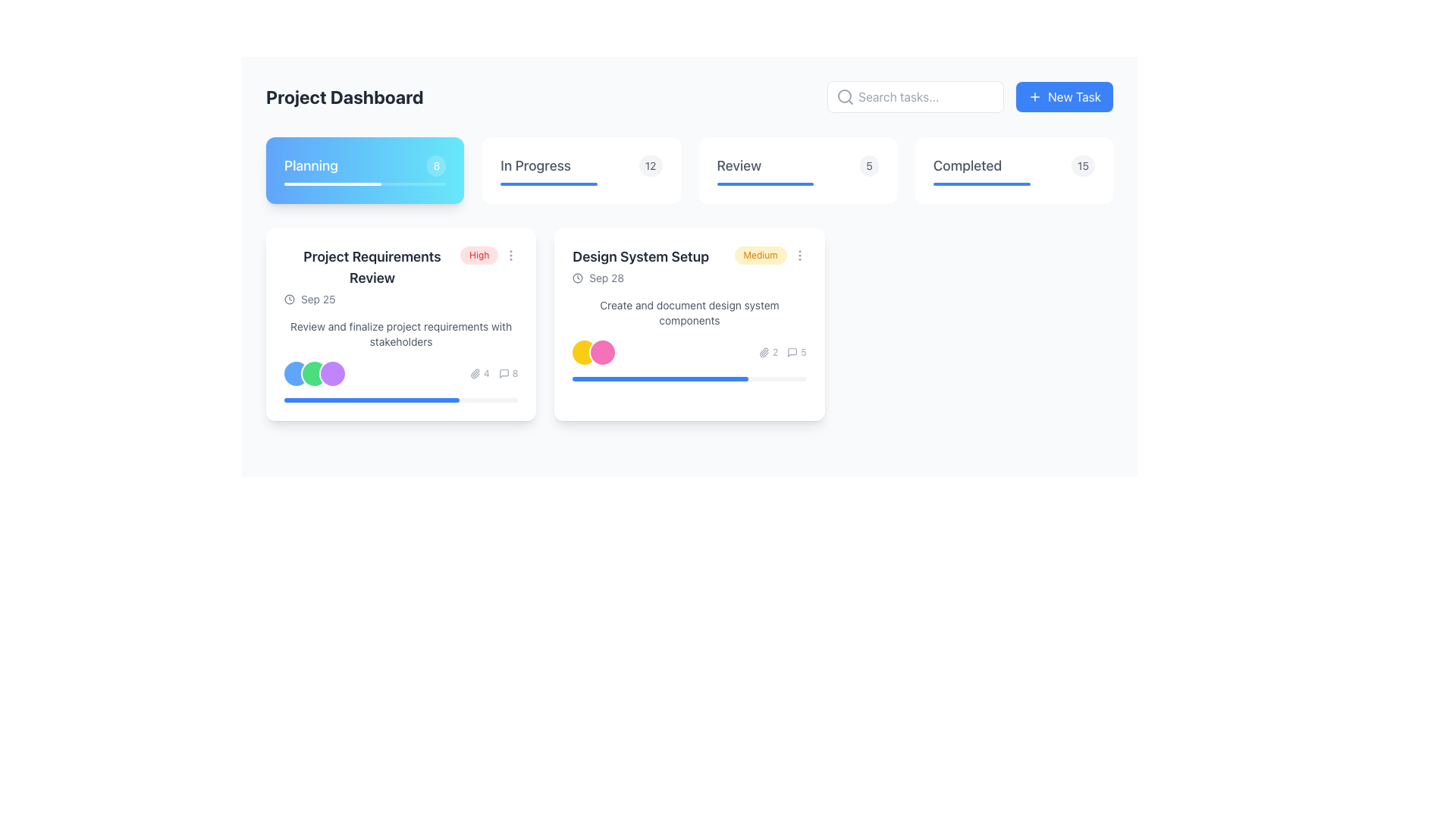 The width and height of the screenshot is (1456, 819). Describe the element at coordinates (580, 184) in the screenshot. I see `the horizontal progress bar located centrally within the white panel labeled 'In Progress', which visually represents the progress of an element associated with 'In Progress'` at that location.